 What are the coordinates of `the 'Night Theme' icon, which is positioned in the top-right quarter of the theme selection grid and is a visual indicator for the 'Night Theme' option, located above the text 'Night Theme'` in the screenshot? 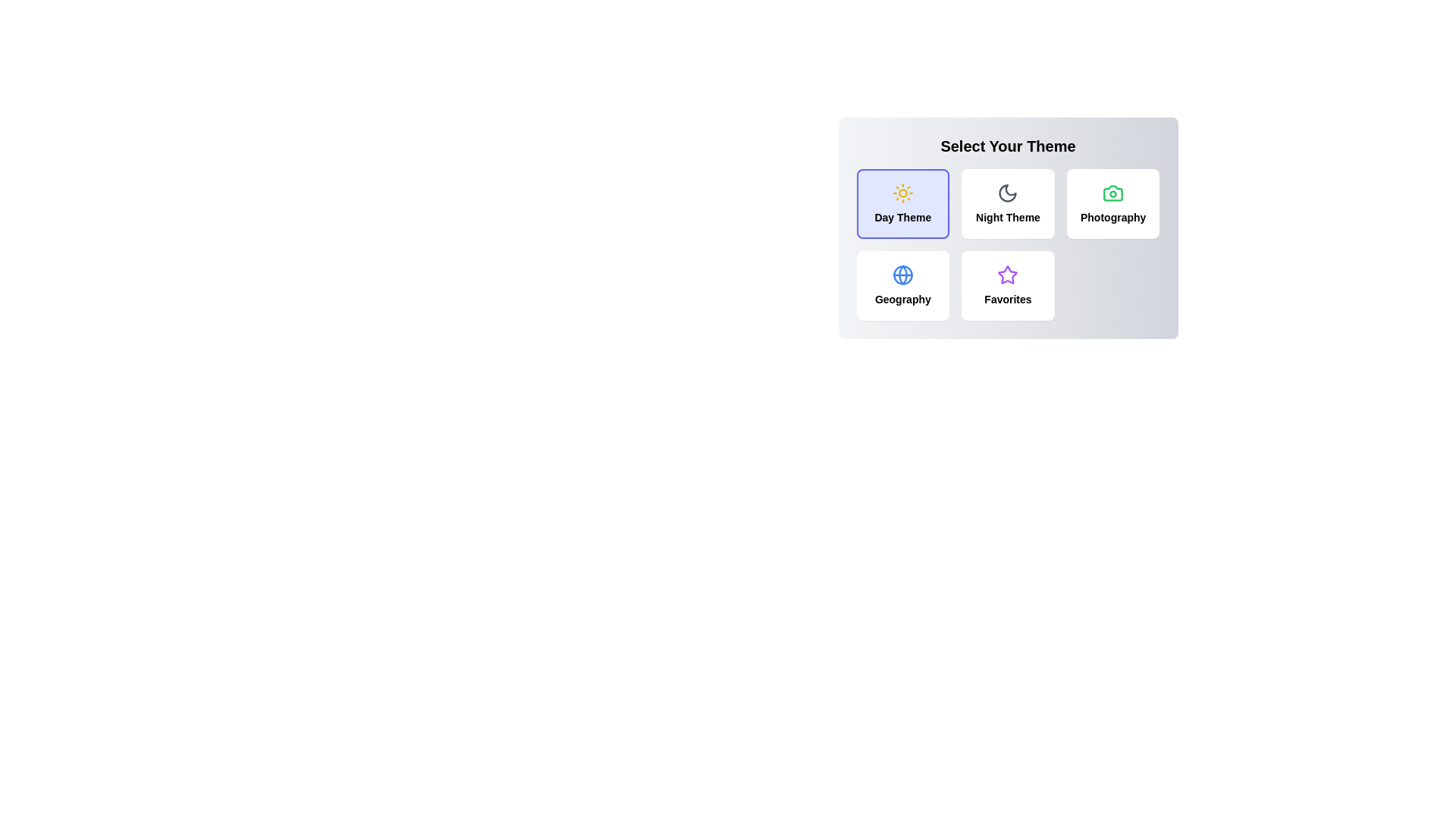 It's located at (1008, 192).